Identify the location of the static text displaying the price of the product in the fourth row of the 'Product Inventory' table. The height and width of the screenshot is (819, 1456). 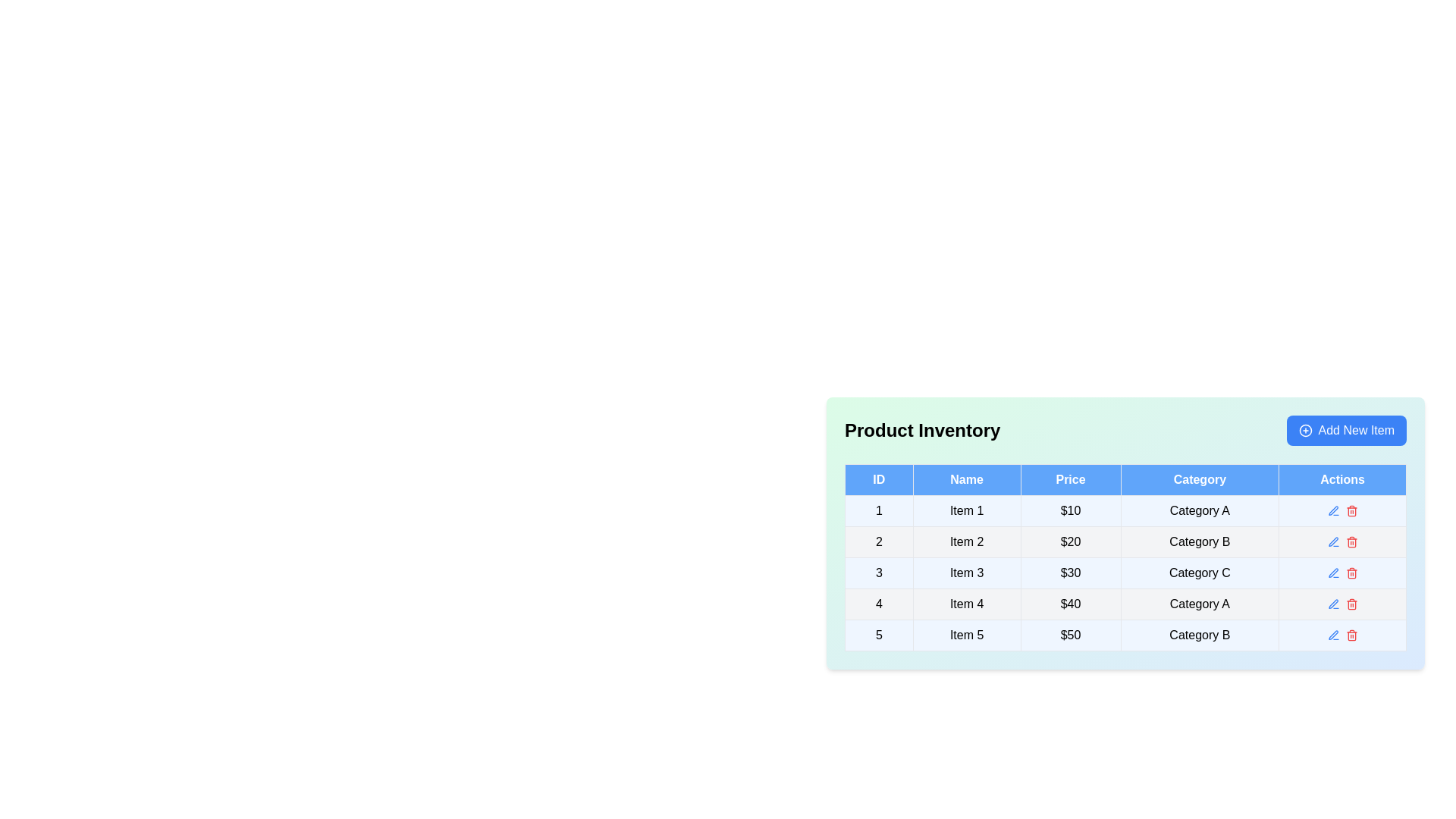
(1069, 604).